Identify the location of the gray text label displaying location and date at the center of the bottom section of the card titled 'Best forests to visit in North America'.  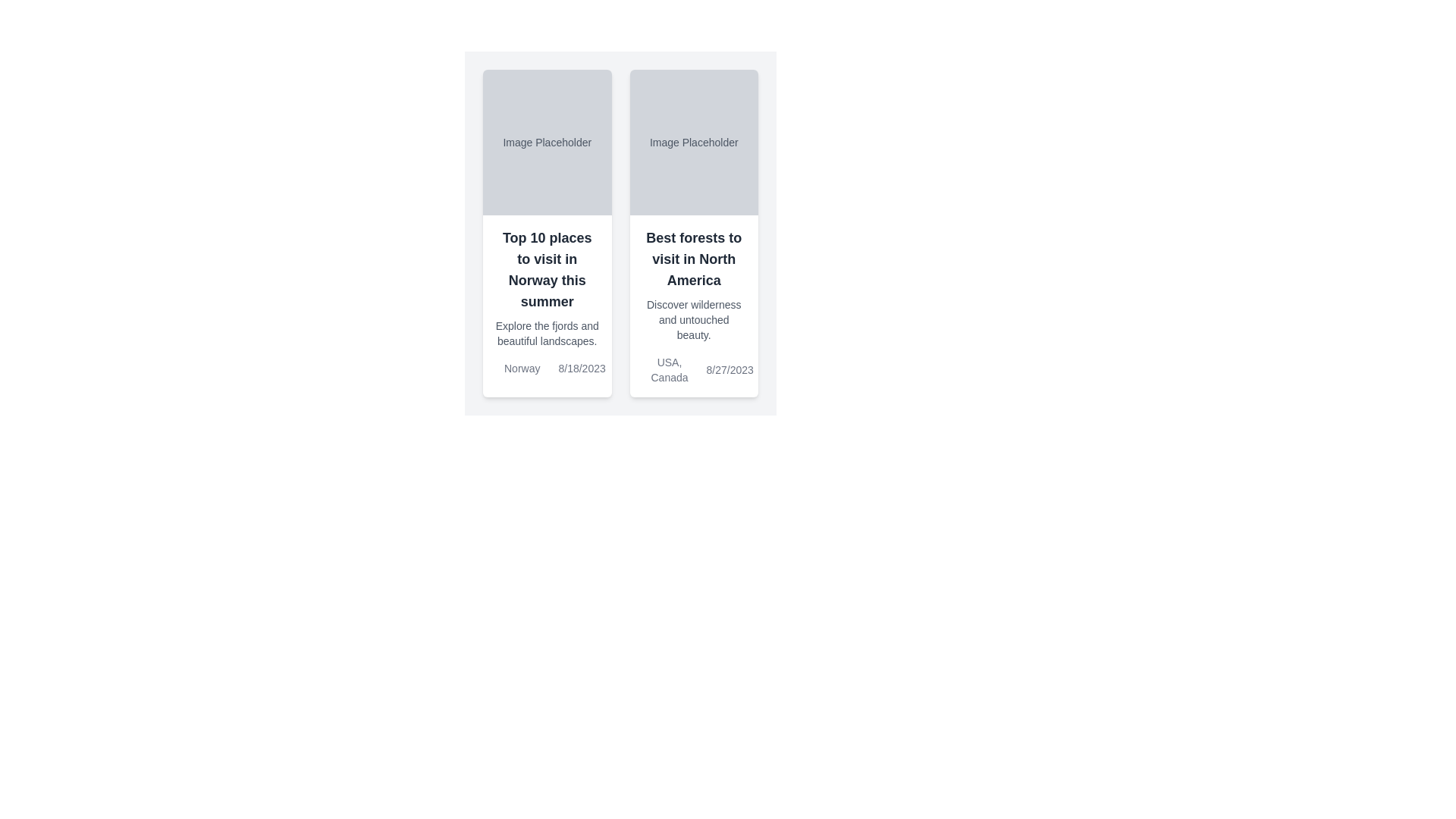
(693, 370).